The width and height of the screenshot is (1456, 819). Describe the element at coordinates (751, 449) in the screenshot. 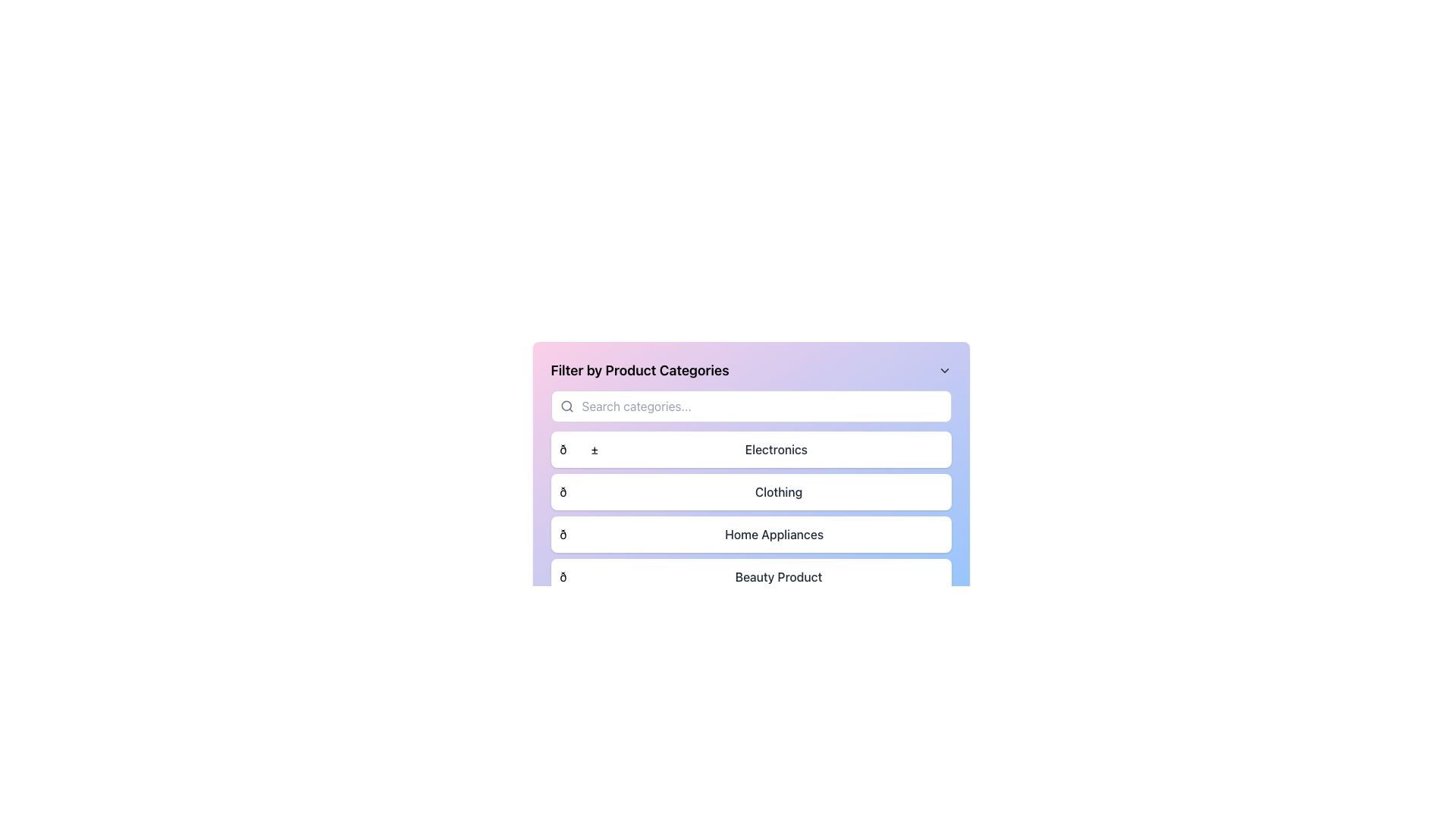

I see `the first selectable category option in the list to filter the content to show only electronic items` at that location.